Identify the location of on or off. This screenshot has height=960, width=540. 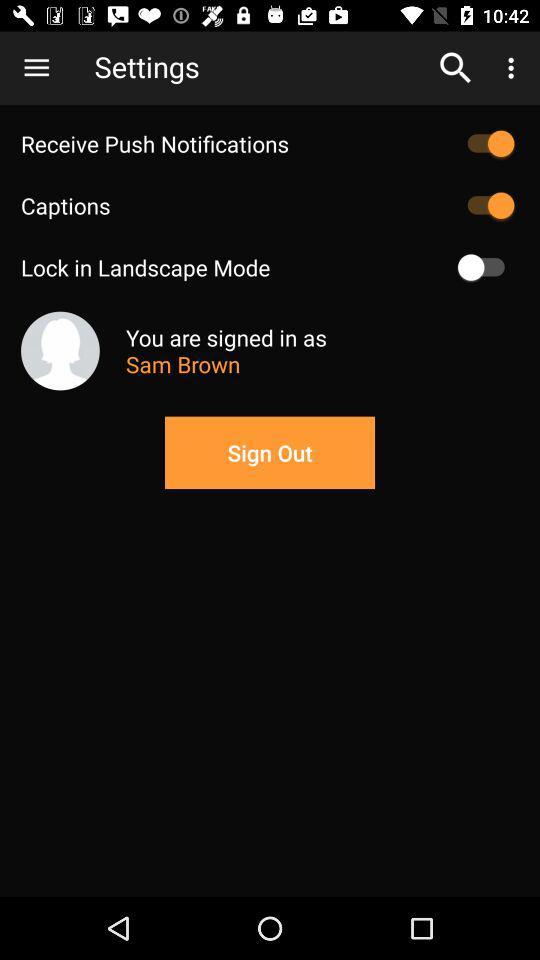
(485, 266).